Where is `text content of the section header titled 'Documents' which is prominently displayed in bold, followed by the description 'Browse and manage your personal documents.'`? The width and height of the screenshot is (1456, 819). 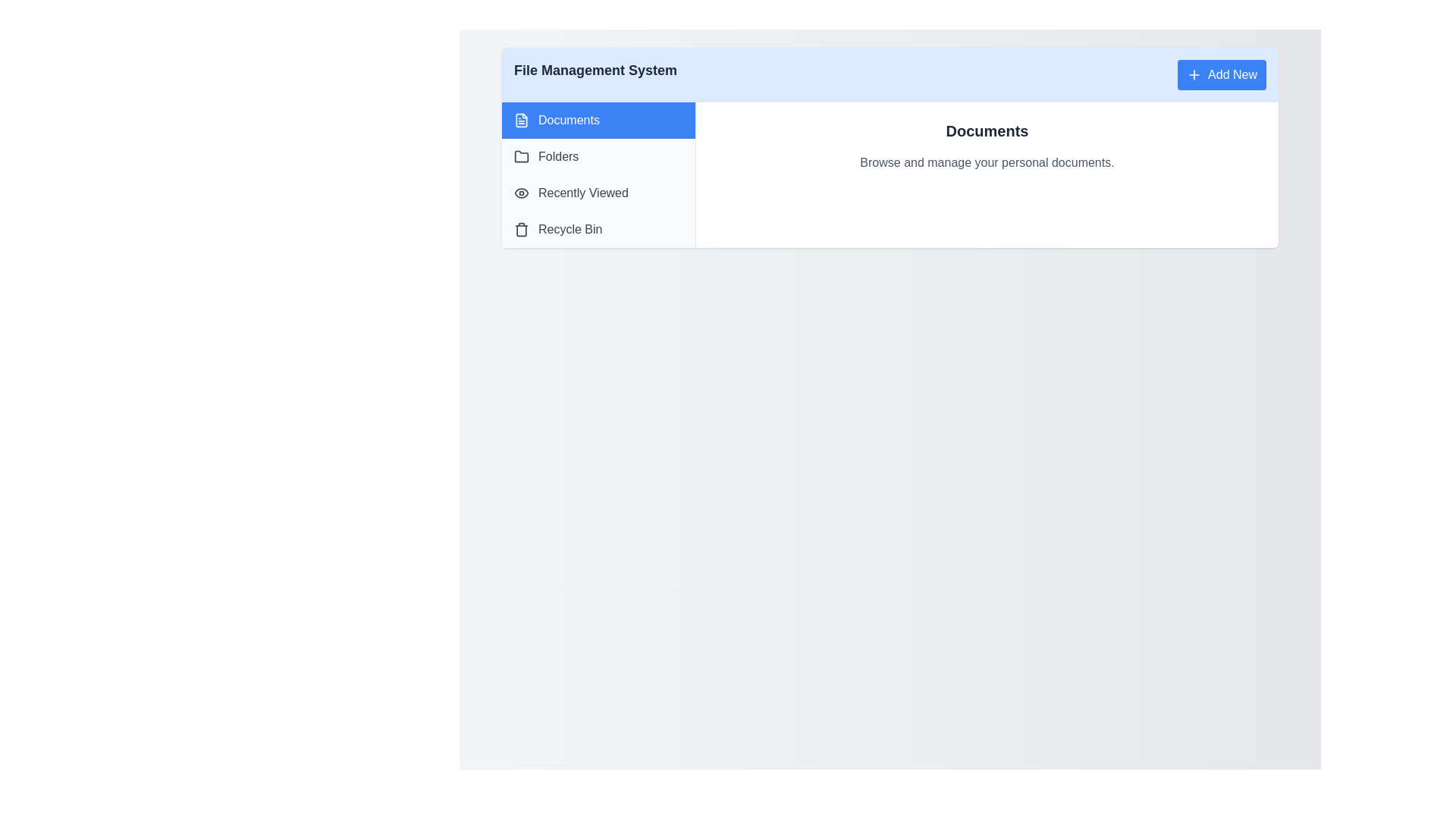
text content of the section header titled 'Documents' which is prominently displayed in bold, followed by the description 'Browse and manage your personal documents.' is located at coordinates (987, 174).